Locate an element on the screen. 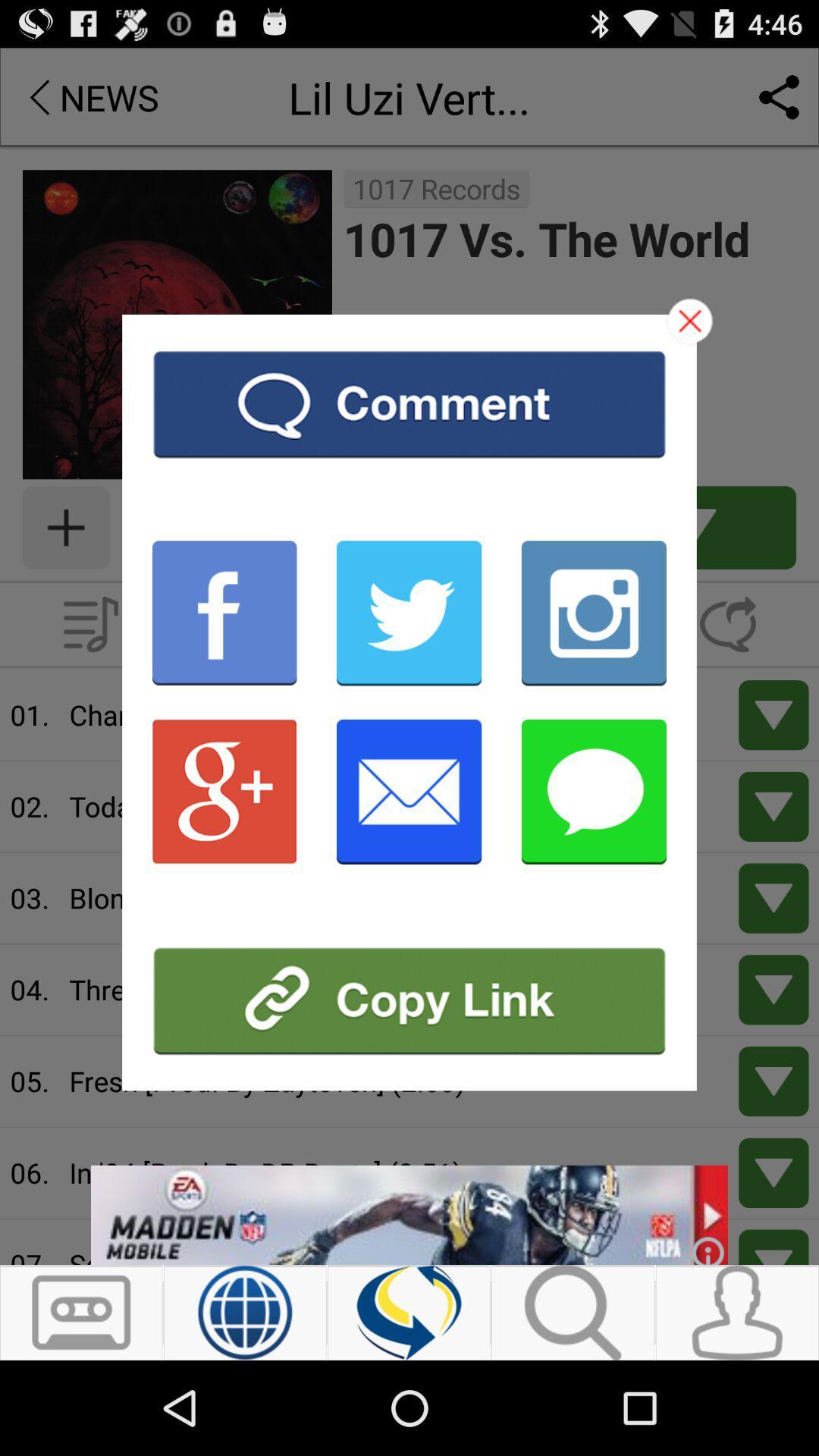 The image size is (819, 1456). share by email is located at coordinates (408, 790).